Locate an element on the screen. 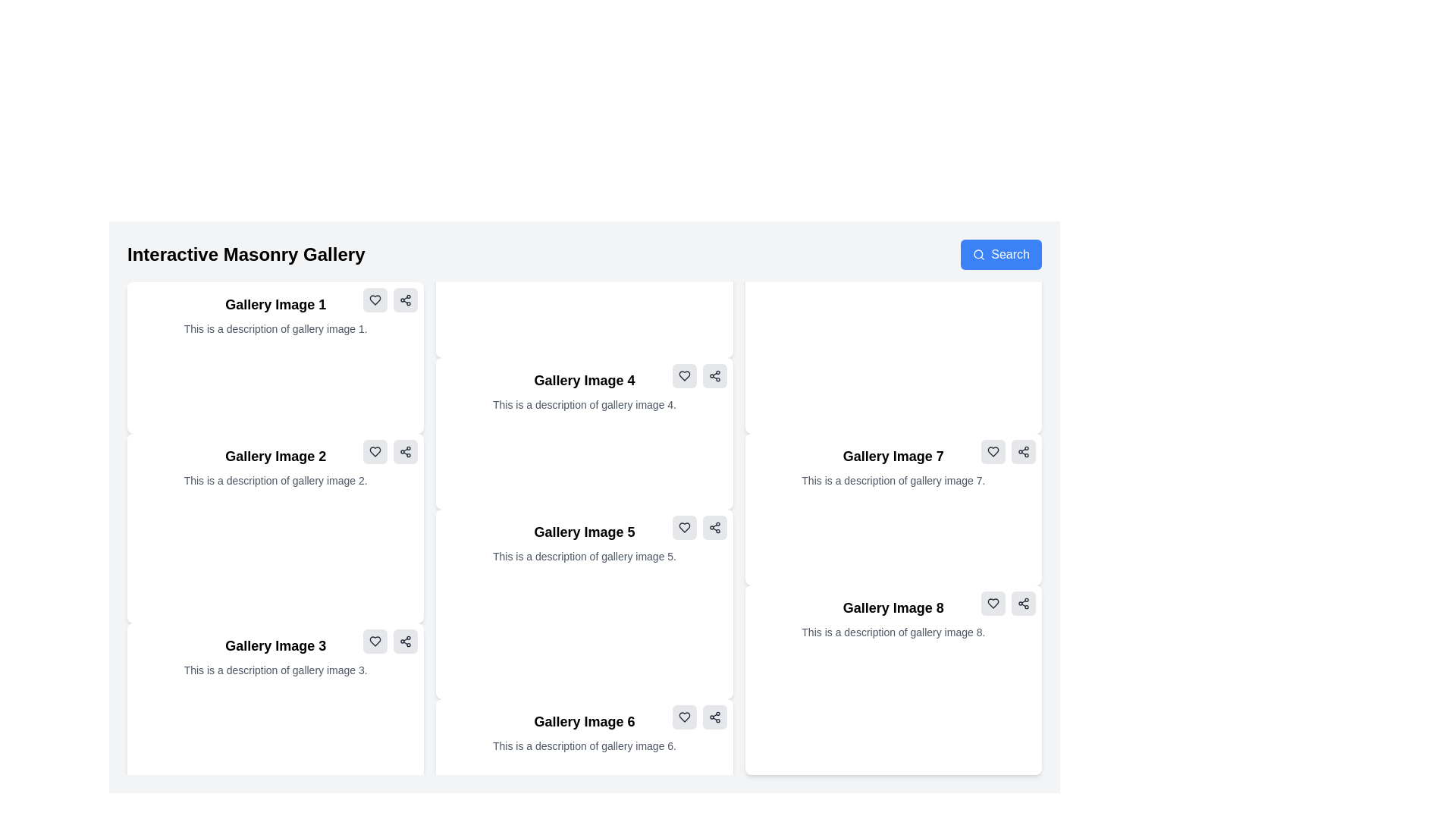 The width and height of the screenshot is (1456, 819). text element providing additional descriptive information about 'Gallery Image 7' located underneath its title in the third column of the second row in the gallery layout is located at coordinates (893, 480).